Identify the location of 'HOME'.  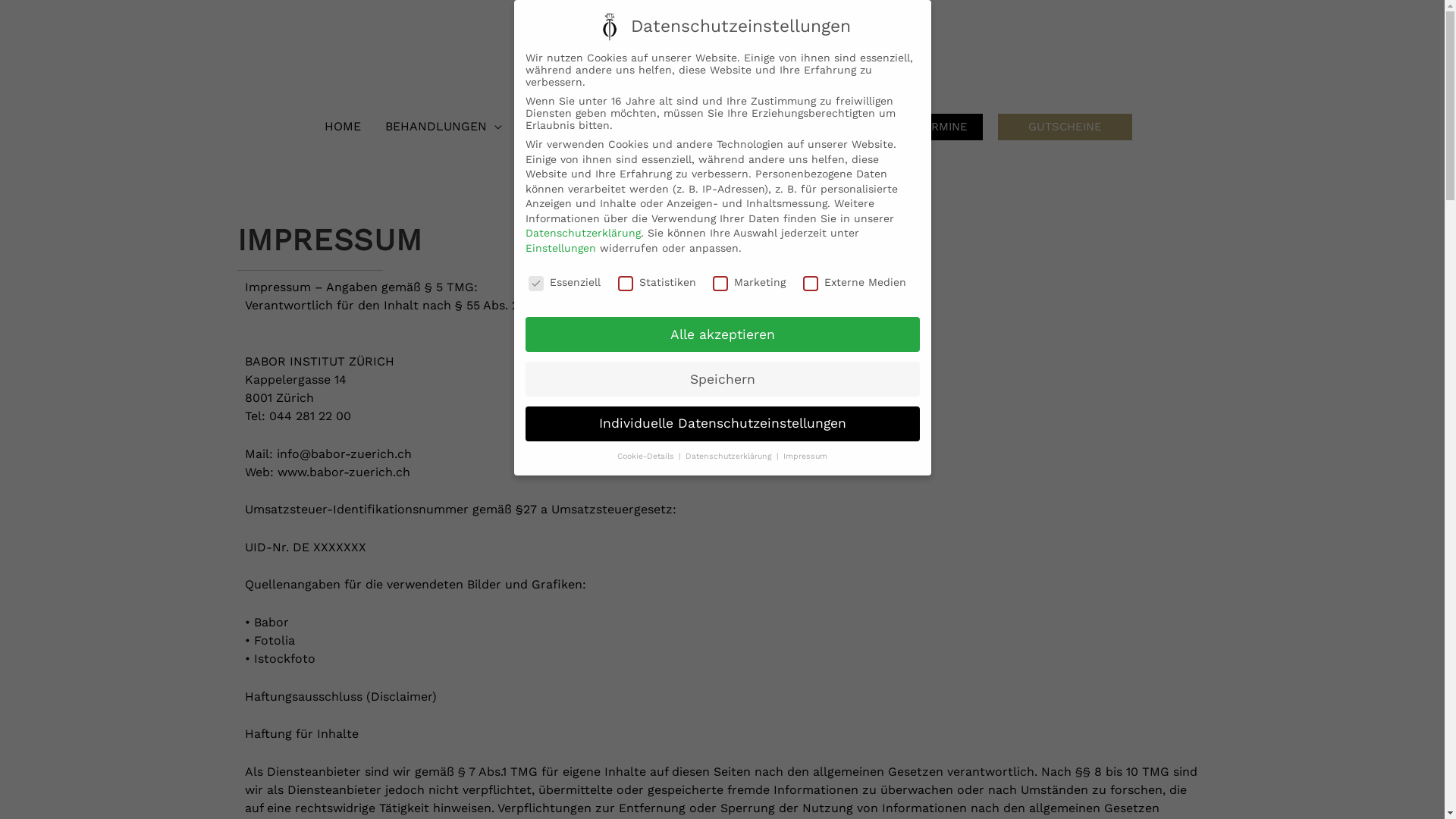
(341, 125).